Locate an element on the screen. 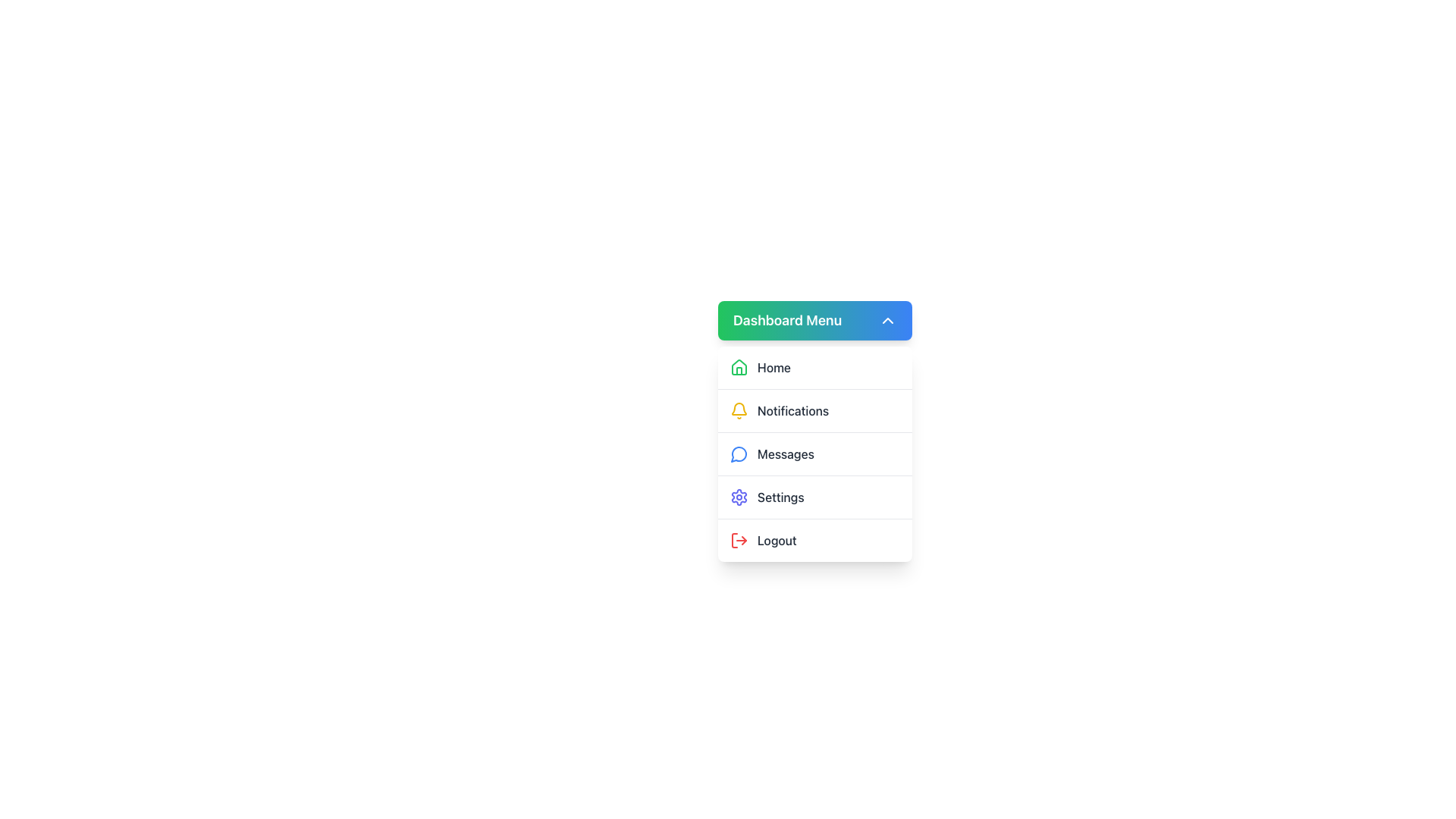  the logout icon located at the bottom of the dropdown menu, to the left of the 'Logout' text is located at coordinates (739, 540).